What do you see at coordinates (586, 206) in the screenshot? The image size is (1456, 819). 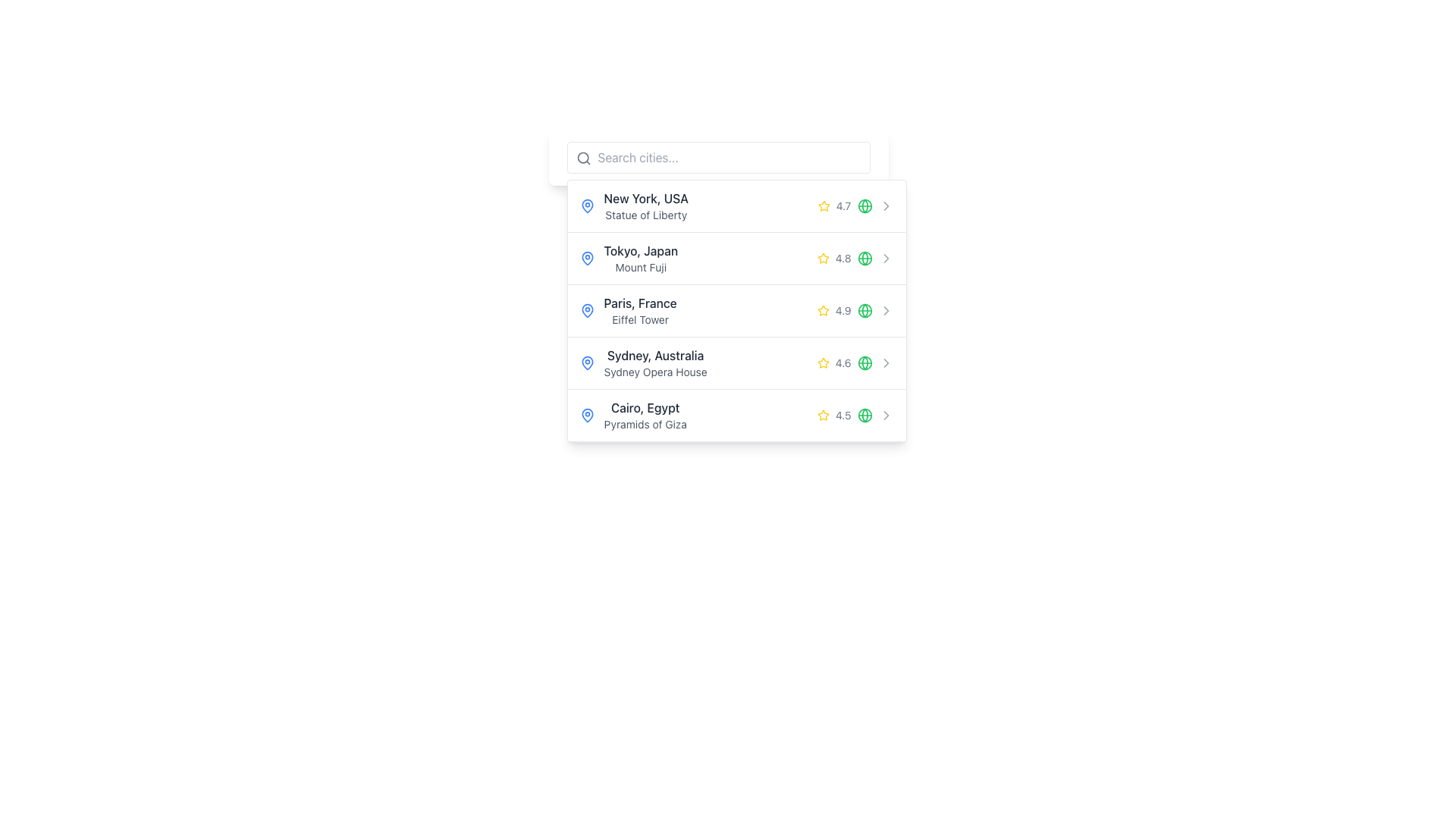 I see `the blue location pin icon, which is styled with a 'text-blue-500' class and is positioned to the left of the text 'New York, USA Statue of Liberty' in the first list item of the search results` at bounding box center [586, 206].